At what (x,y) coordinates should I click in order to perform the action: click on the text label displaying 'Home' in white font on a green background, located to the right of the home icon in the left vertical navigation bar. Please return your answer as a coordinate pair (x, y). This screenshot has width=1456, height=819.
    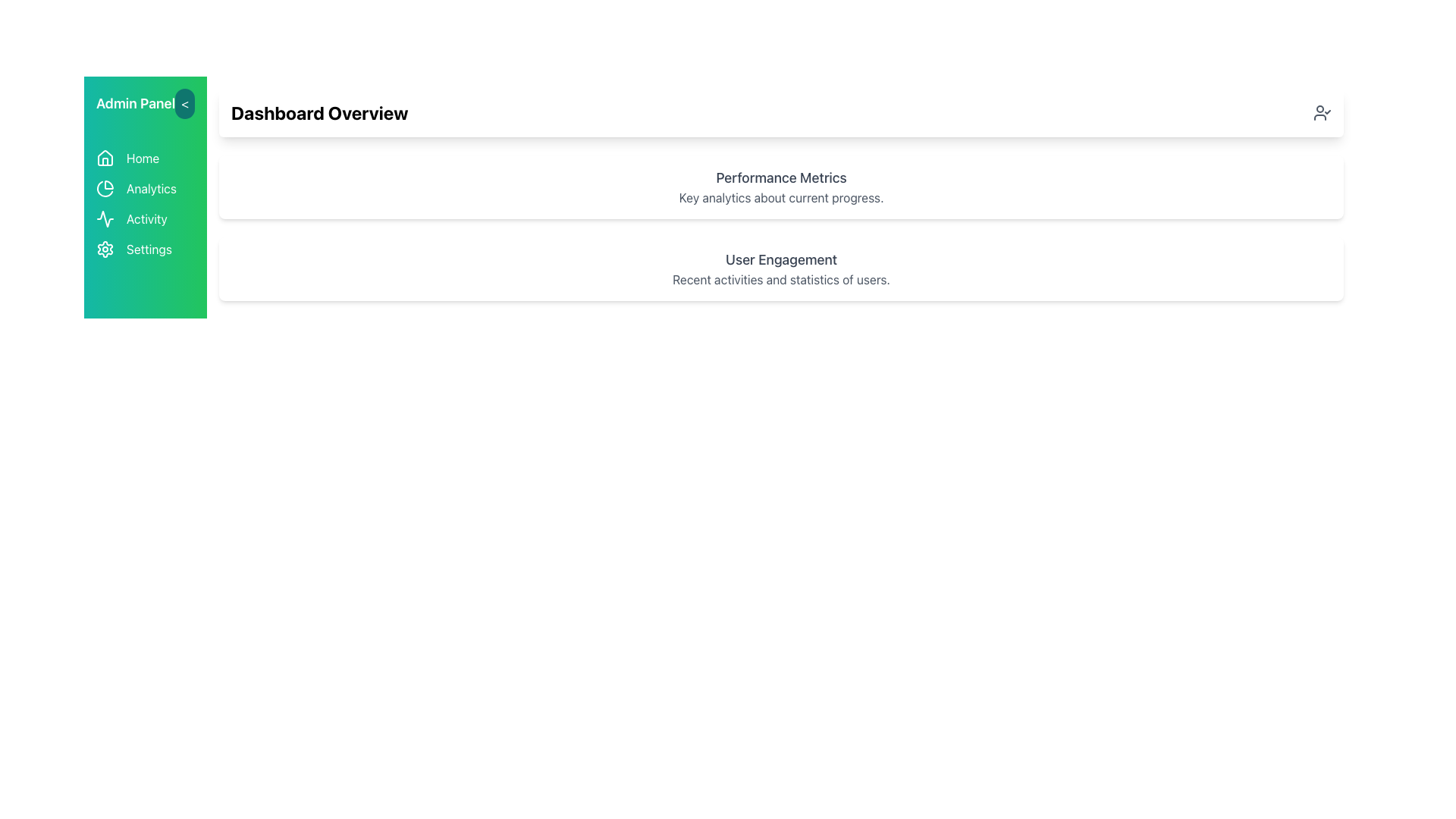
    Looking at the image, I should click on (143, 158).